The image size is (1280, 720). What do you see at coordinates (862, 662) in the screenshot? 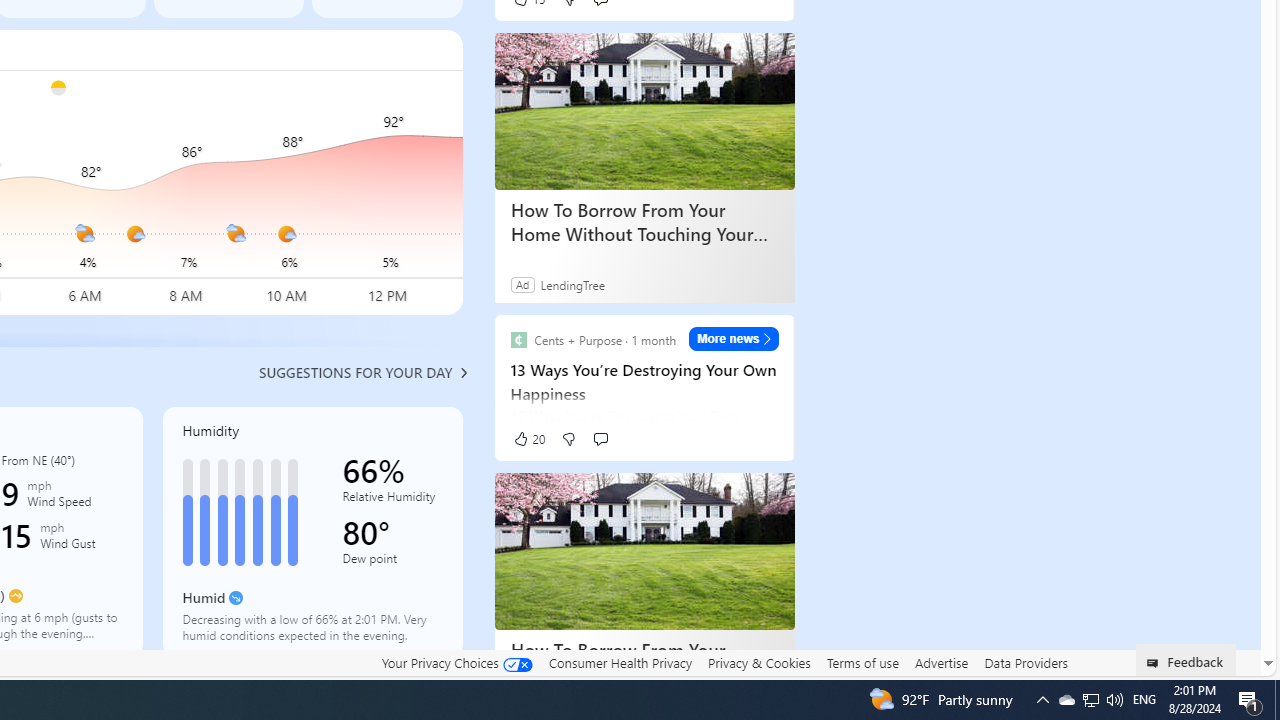
I see `'Terms of use'` at bounding box center [862, 662].